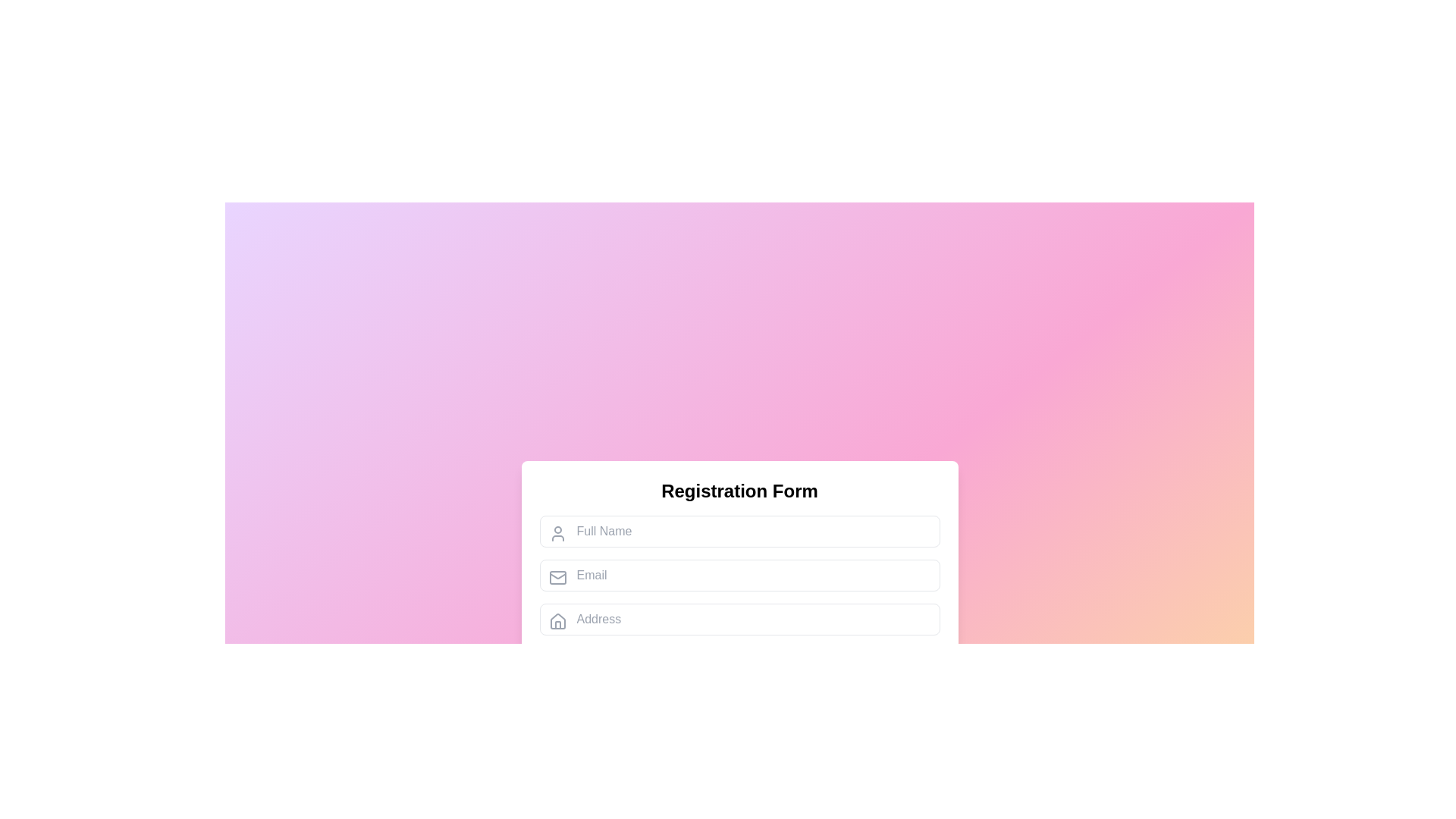 The width and height of the screenshot is (1456, 819). Describe the element at coordinates (739, 575) in the screenshot. I see `the email input field located in the second row of the form, which is directly below the 'Full Name' input field and above the 'Address' input field` at that location.